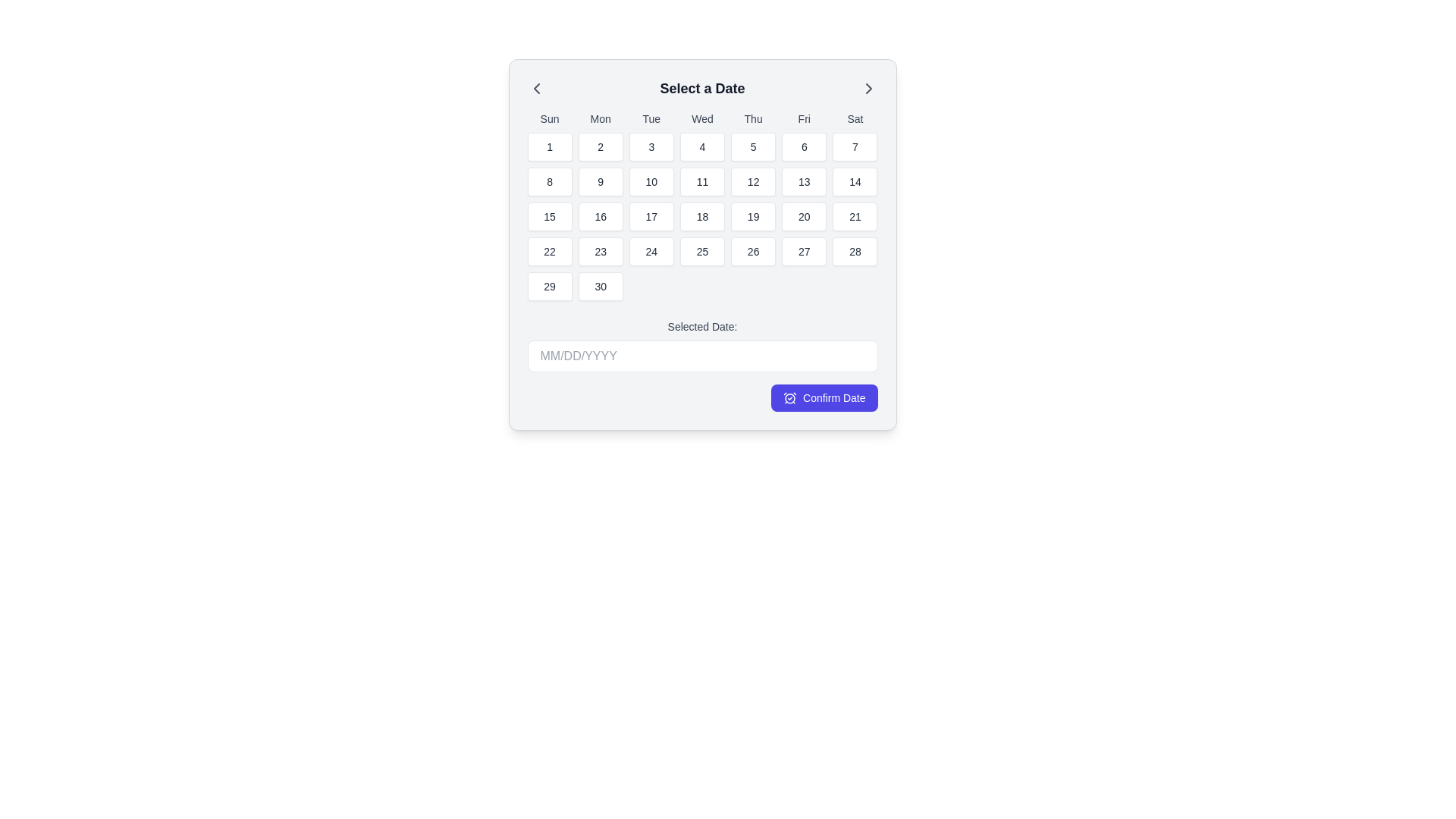 The width and height of the screenshot is (1456, 819). Describe the element at coordinates (789, 397) in the screenshot. I see `the circular graphical icon that visually reinforces the confirm button for the selected date in the calendar selection dialog box` at that location.